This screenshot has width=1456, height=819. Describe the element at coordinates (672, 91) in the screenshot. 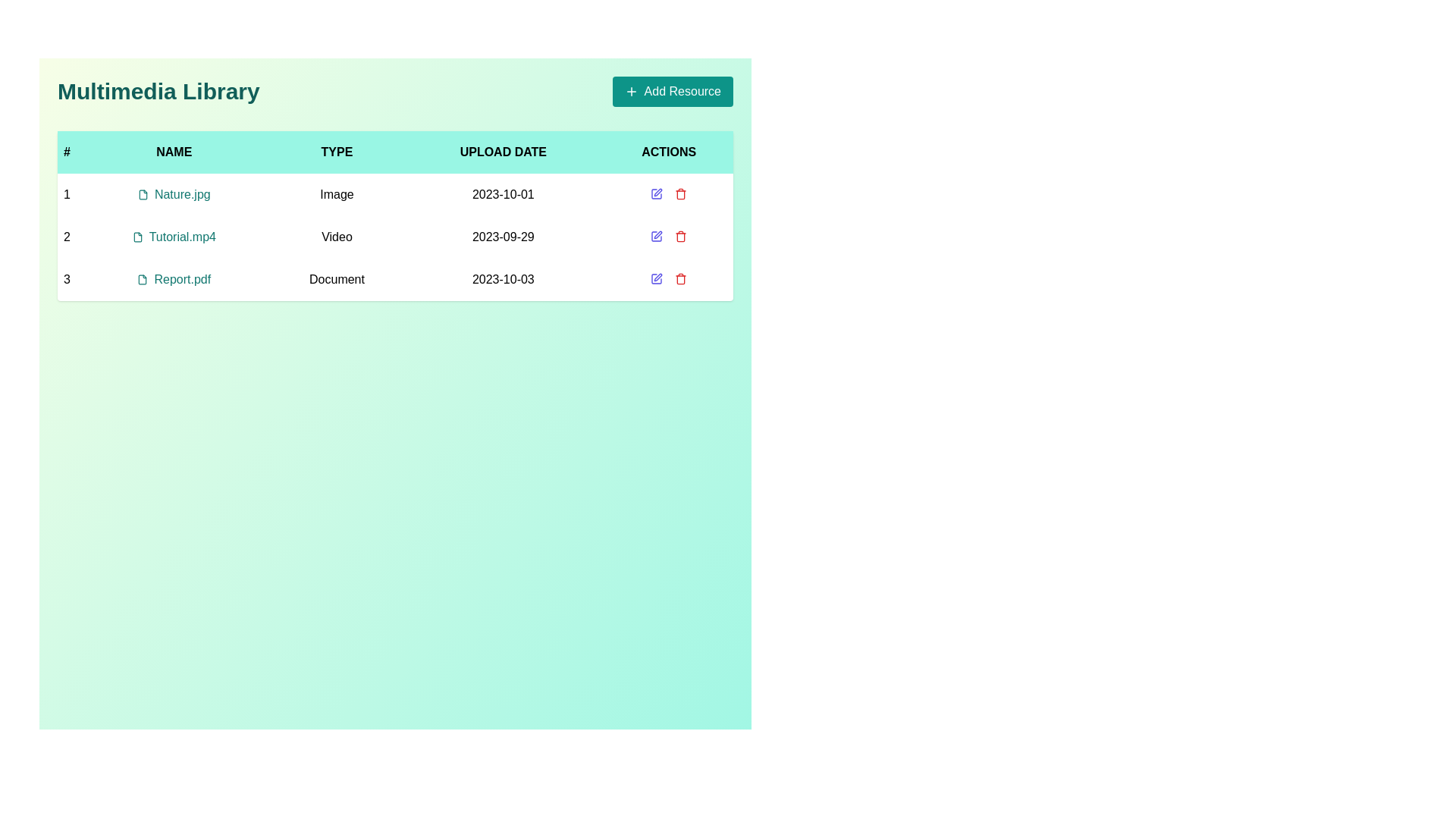

I see `the 'Add Resource' button, which has a teal background, white text, and a '+' icon` at that location.